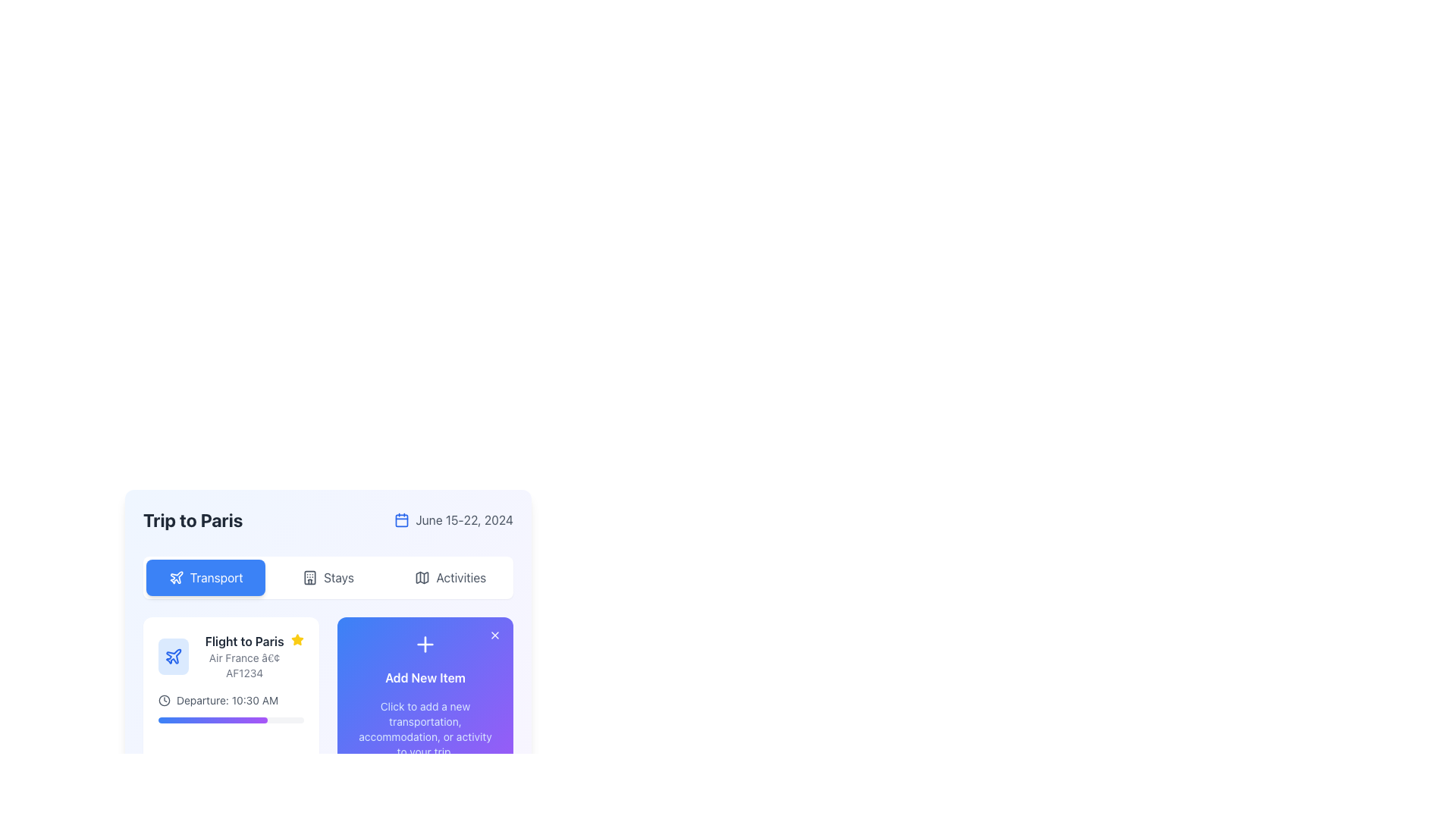 The width and height of the screenshot is (1456, 819). What do you see at coordinates (174, 655) in the screenshot?
I see `the airplane icon with thin blue strokes, styled in a modern outline design, located on the 'Flight to Paris' card in the 'Transport' tab` at bounding box center [174, 655].